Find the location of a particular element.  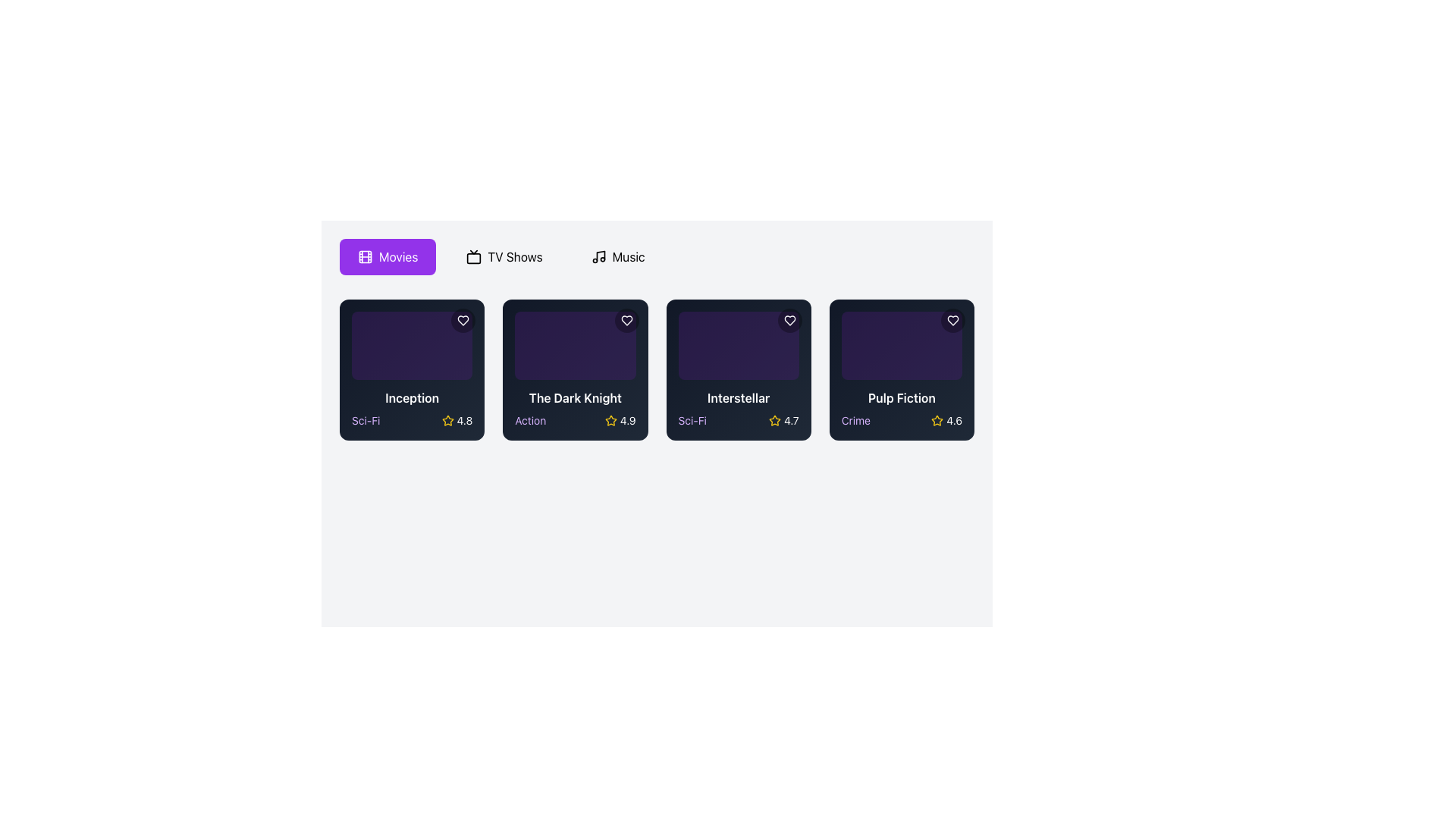

the SVG musical note icon located inside the rounded button labeled 'Music' to interact with the button is located at coordinates (598, 256).